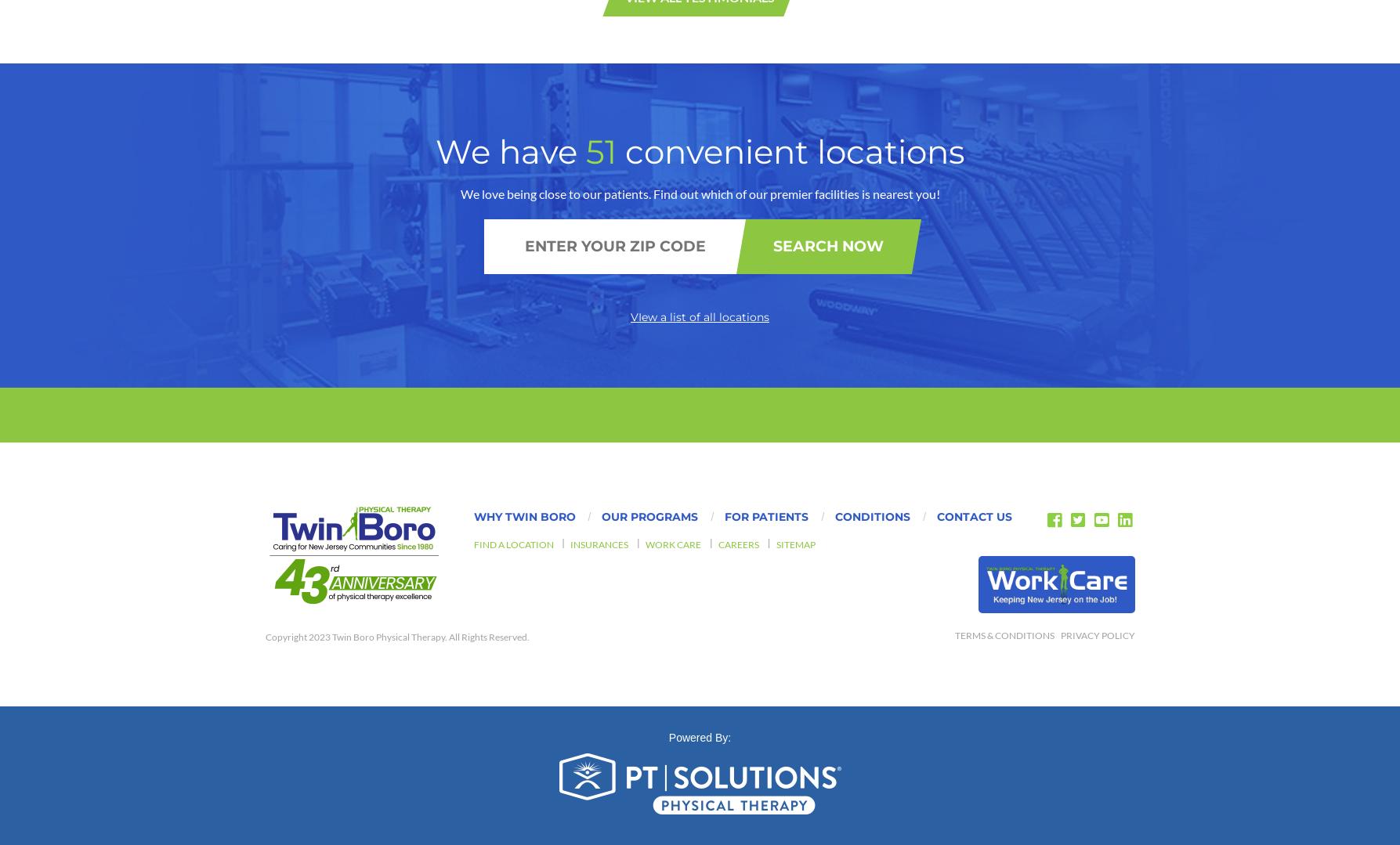  Describe the element at coordinates (649, 140) in the screenshot. I see `'Our Programs'` at that location.